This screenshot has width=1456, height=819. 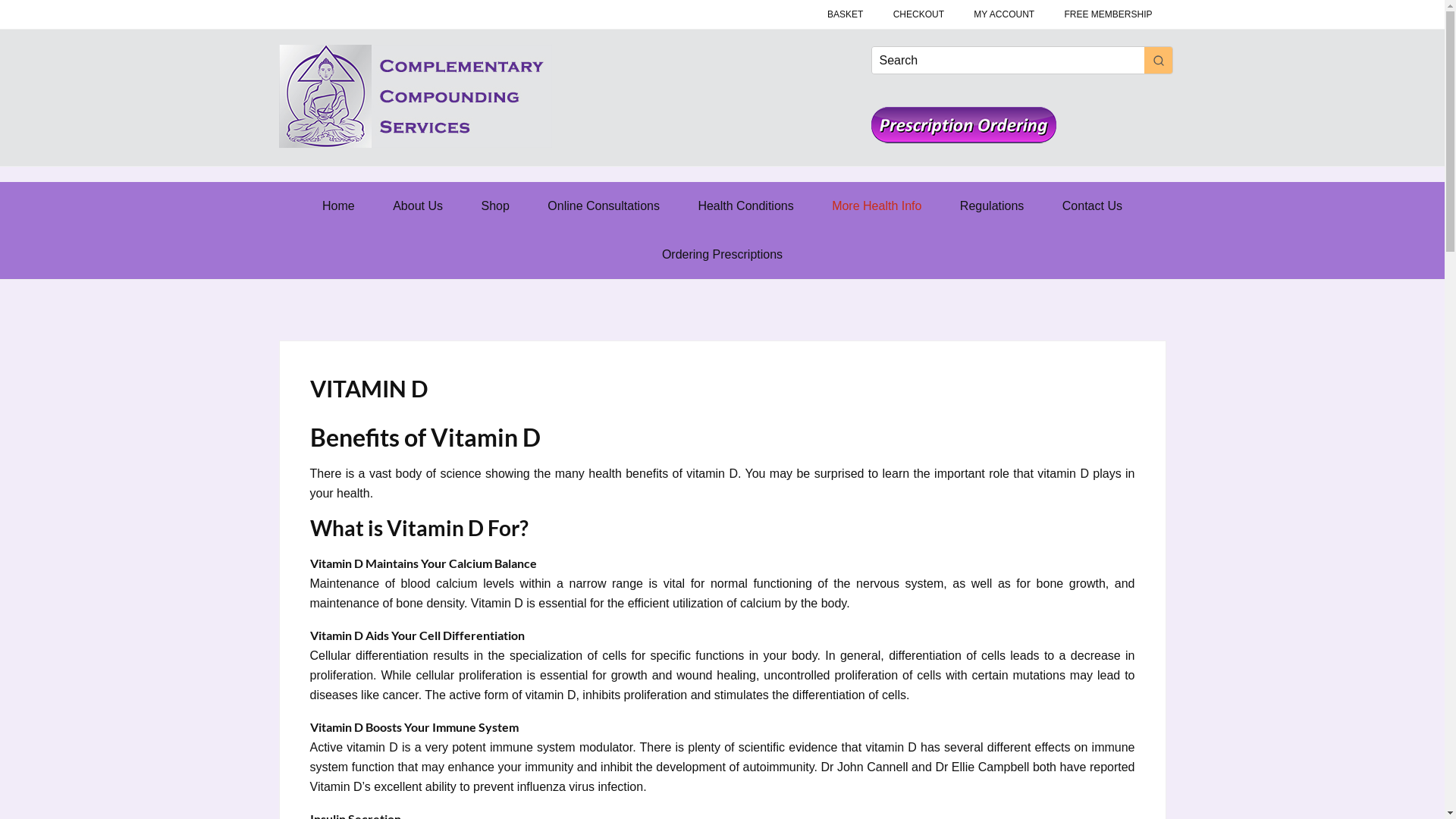 What do you see at coordinates (1092, 206) in the screenshot?
I see `'Contact Us'` at bounding box center [1092, 206].